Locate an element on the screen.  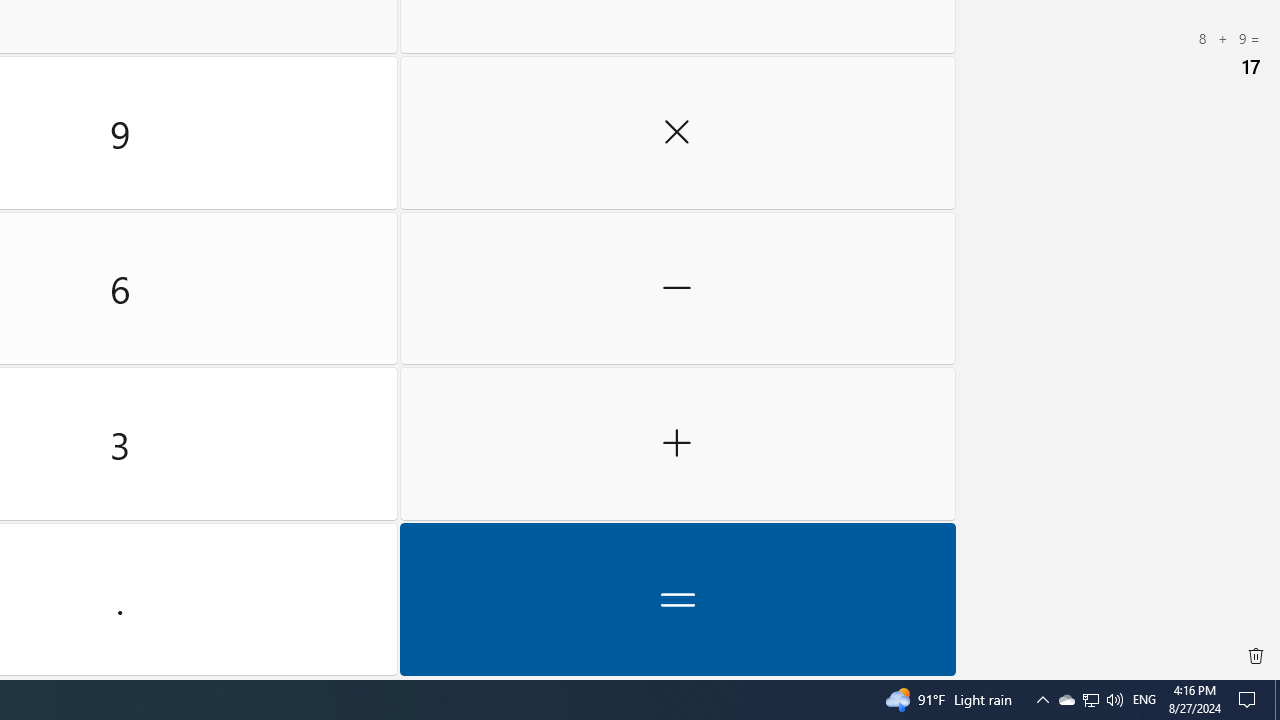
'Tray Input Indicator - English (United States)' is located at coordinates (1144, 698).